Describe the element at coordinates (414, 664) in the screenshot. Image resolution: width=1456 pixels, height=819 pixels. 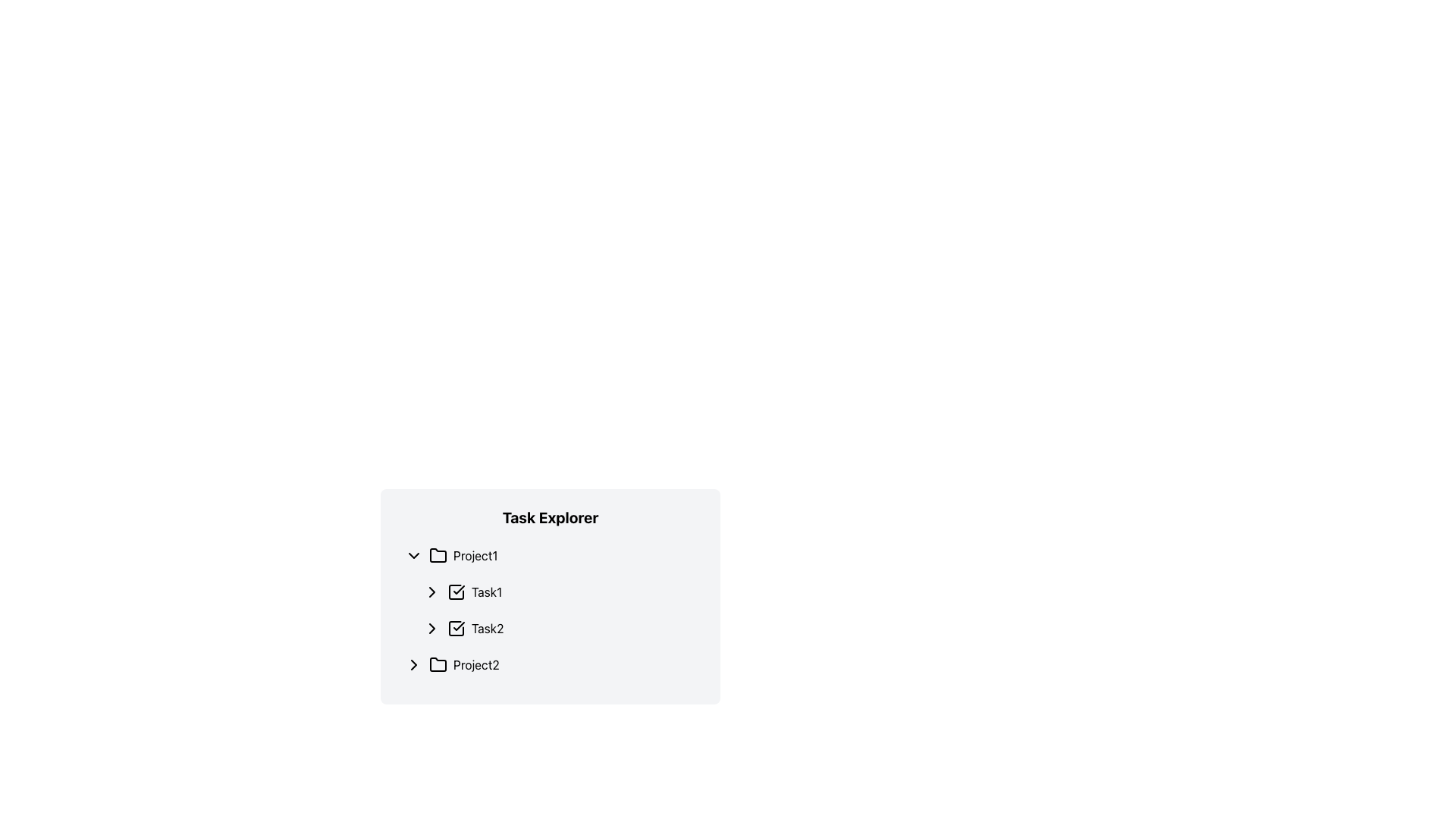
I see `the Chevron Right icon that toggles the visibility of nested content under 'Project2' in the 'Task Explorer' section to prepare for keyboard interaction` at that location.